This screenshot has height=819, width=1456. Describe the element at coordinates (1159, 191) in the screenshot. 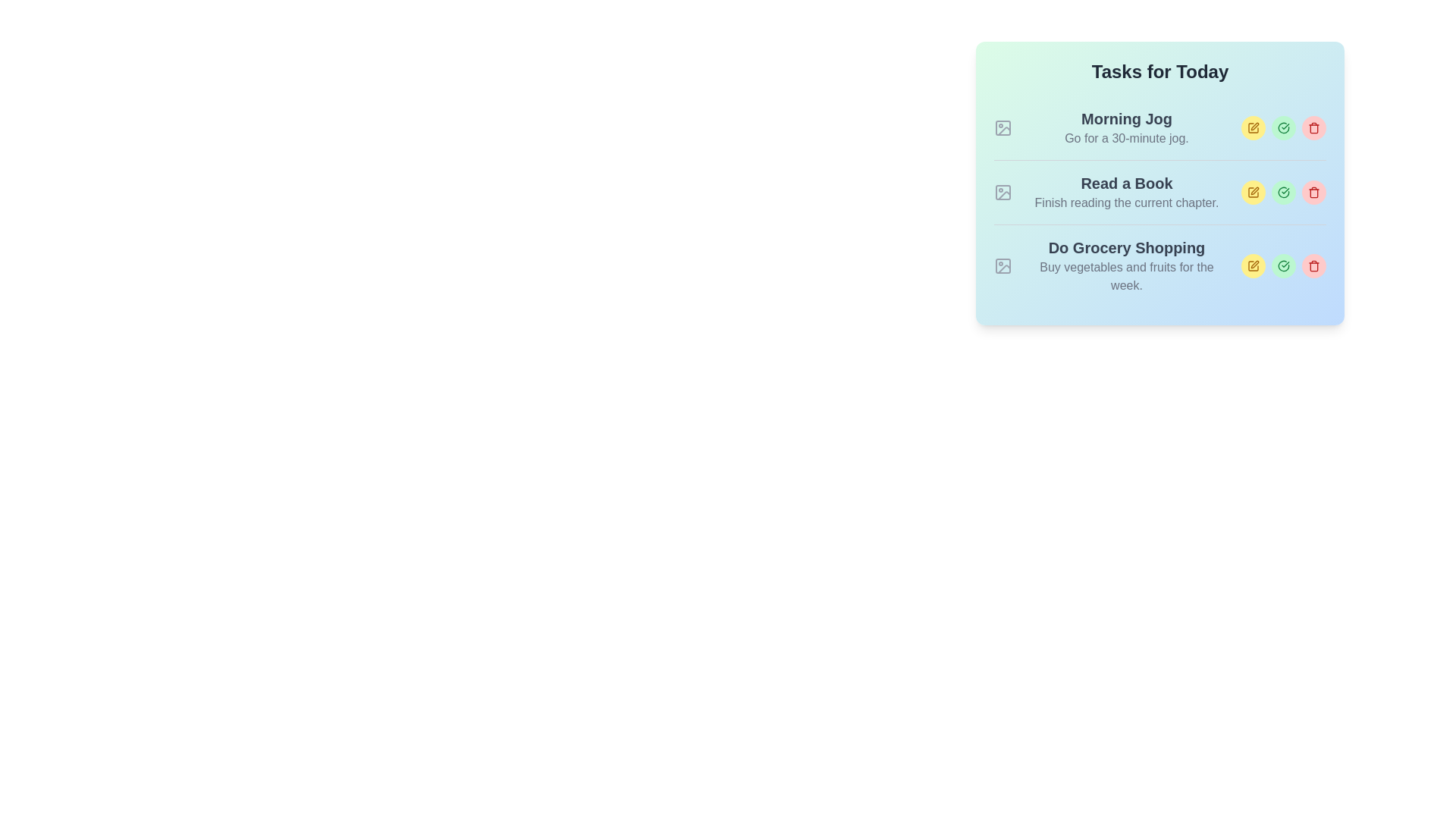

I see `the complete button of the task item titled 'Read a Book' in the task list to mark it as done` at that location.